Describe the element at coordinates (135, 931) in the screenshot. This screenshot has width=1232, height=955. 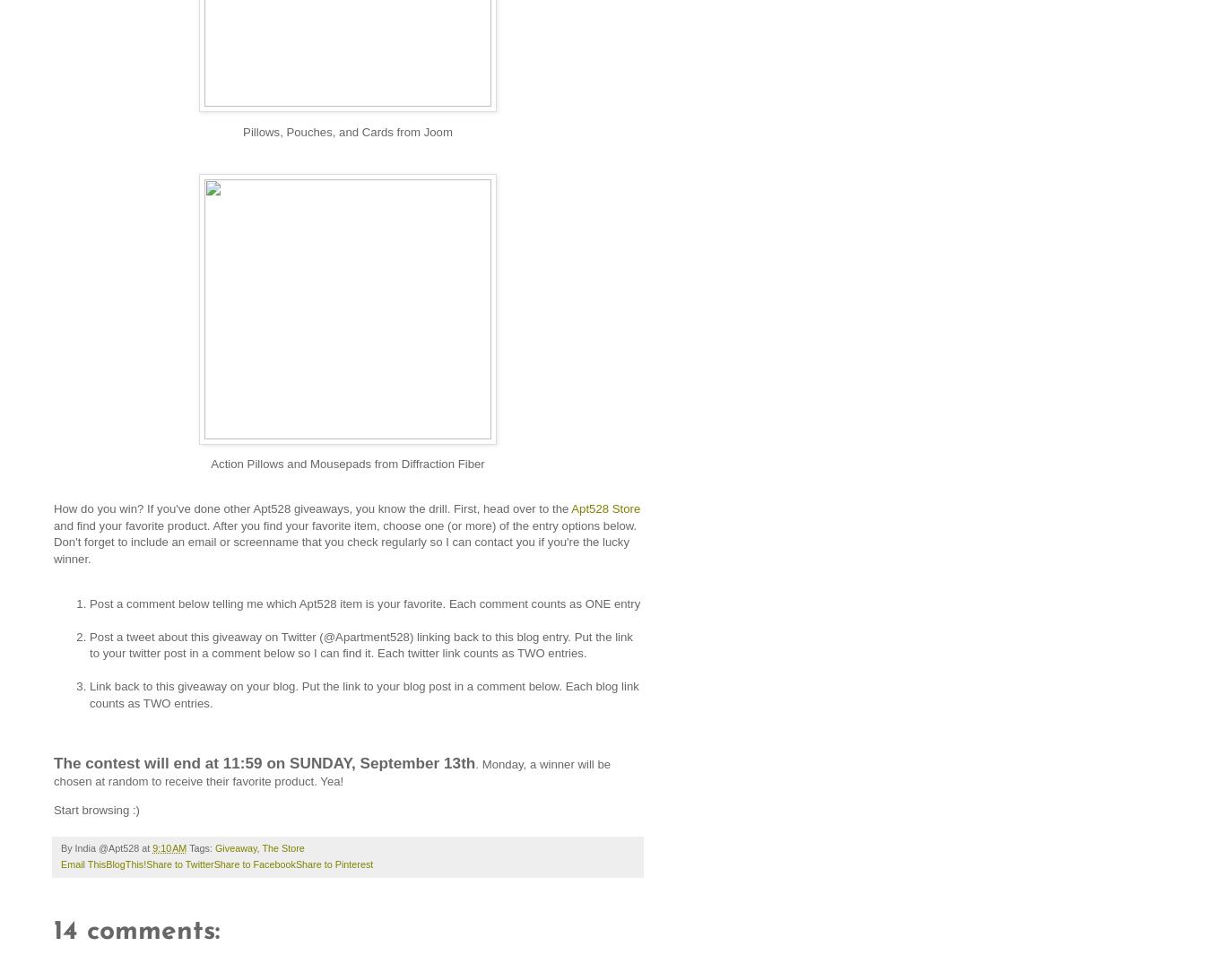
I see `'14 comments:'` at that location.